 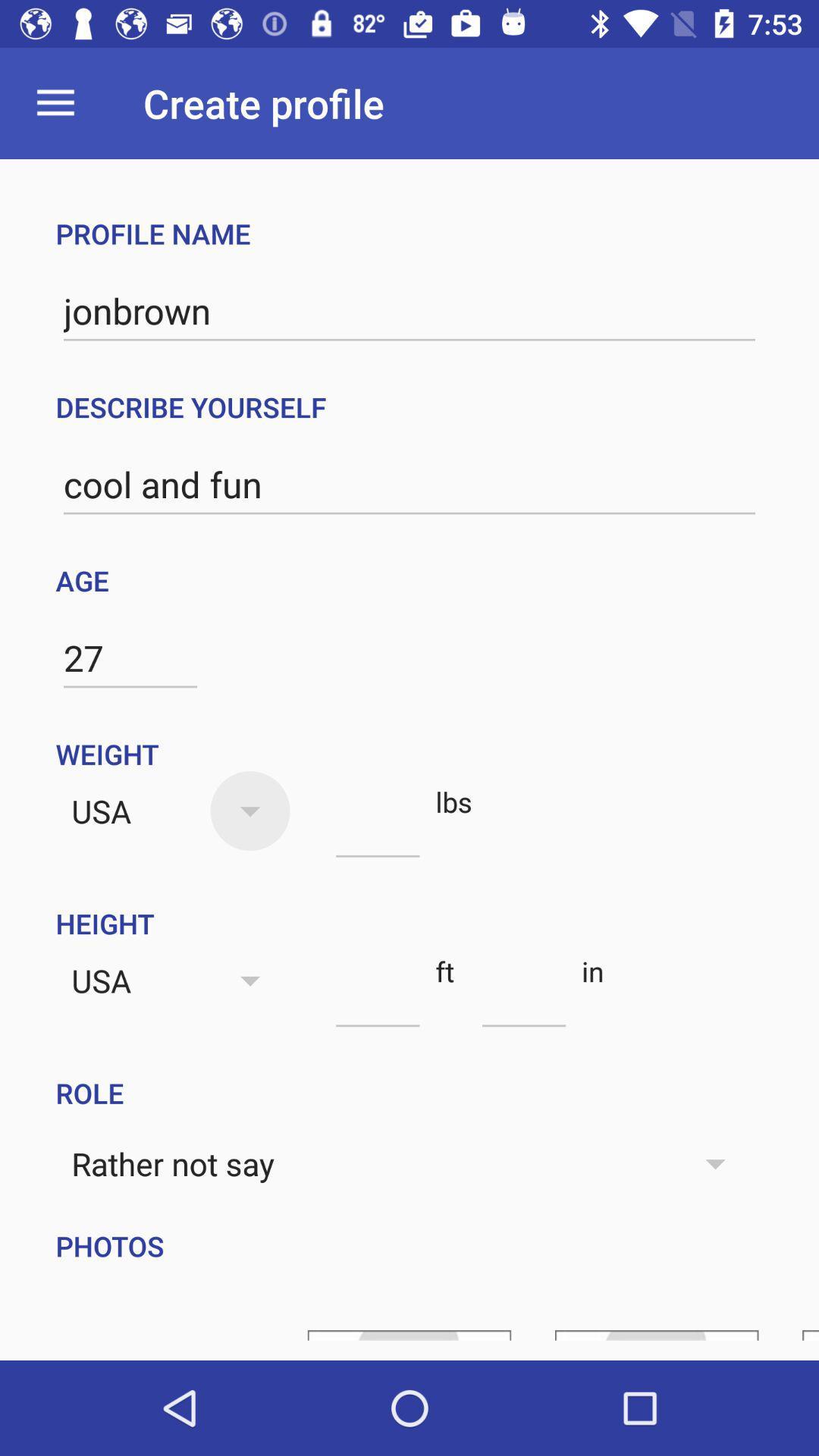 What do you see at coordinates (377, 829) in the screenshot?
I see `the item next to usa` at bounding box center [377, 829].